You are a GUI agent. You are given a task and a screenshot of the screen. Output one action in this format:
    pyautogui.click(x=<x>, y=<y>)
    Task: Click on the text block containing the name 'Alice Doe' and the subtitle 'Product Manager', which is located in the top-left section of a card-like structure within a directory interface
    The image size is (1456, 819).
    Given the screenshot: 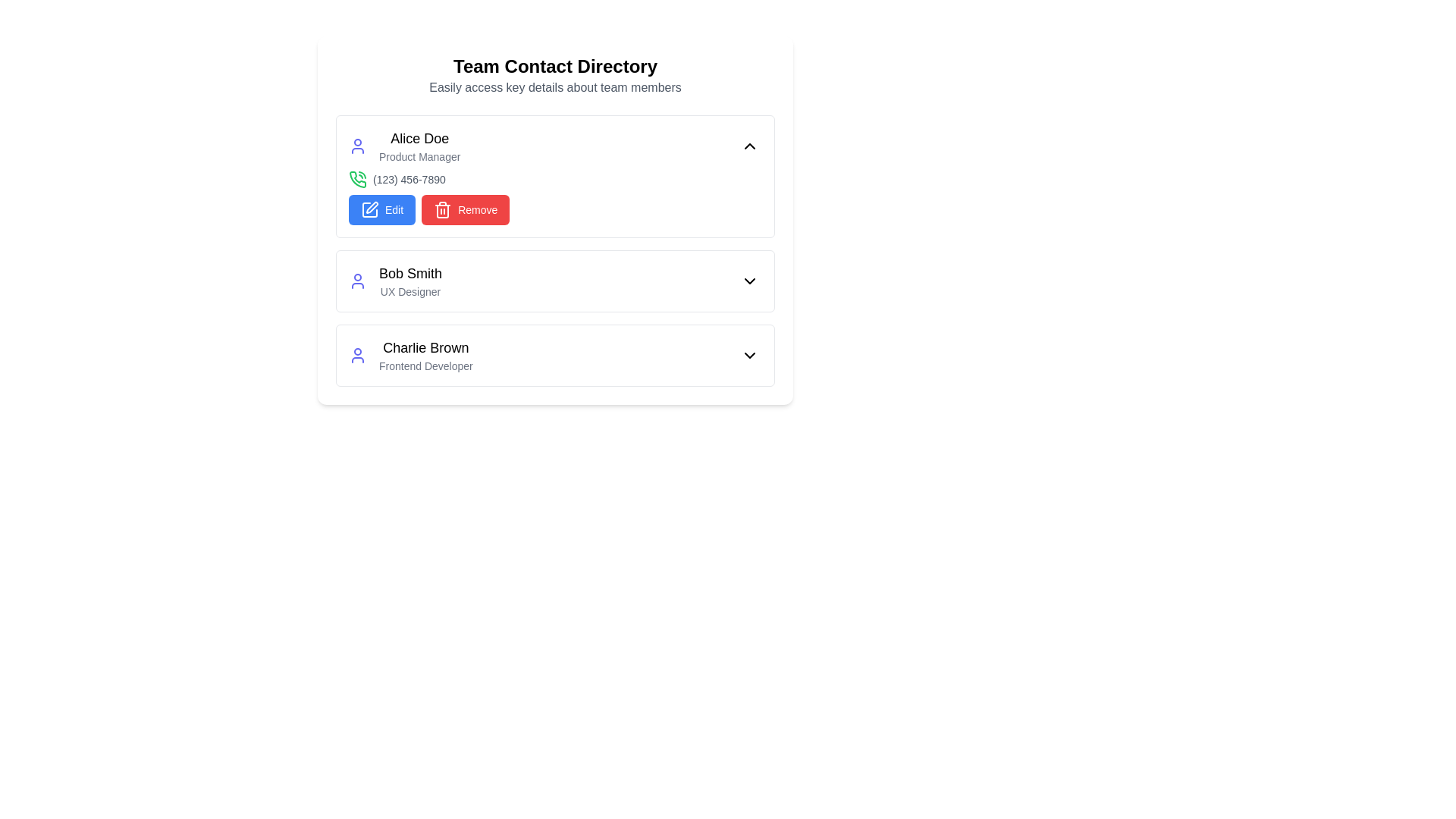 What is the action you would take?
    pyautogui.click(x=419, y=146)
    